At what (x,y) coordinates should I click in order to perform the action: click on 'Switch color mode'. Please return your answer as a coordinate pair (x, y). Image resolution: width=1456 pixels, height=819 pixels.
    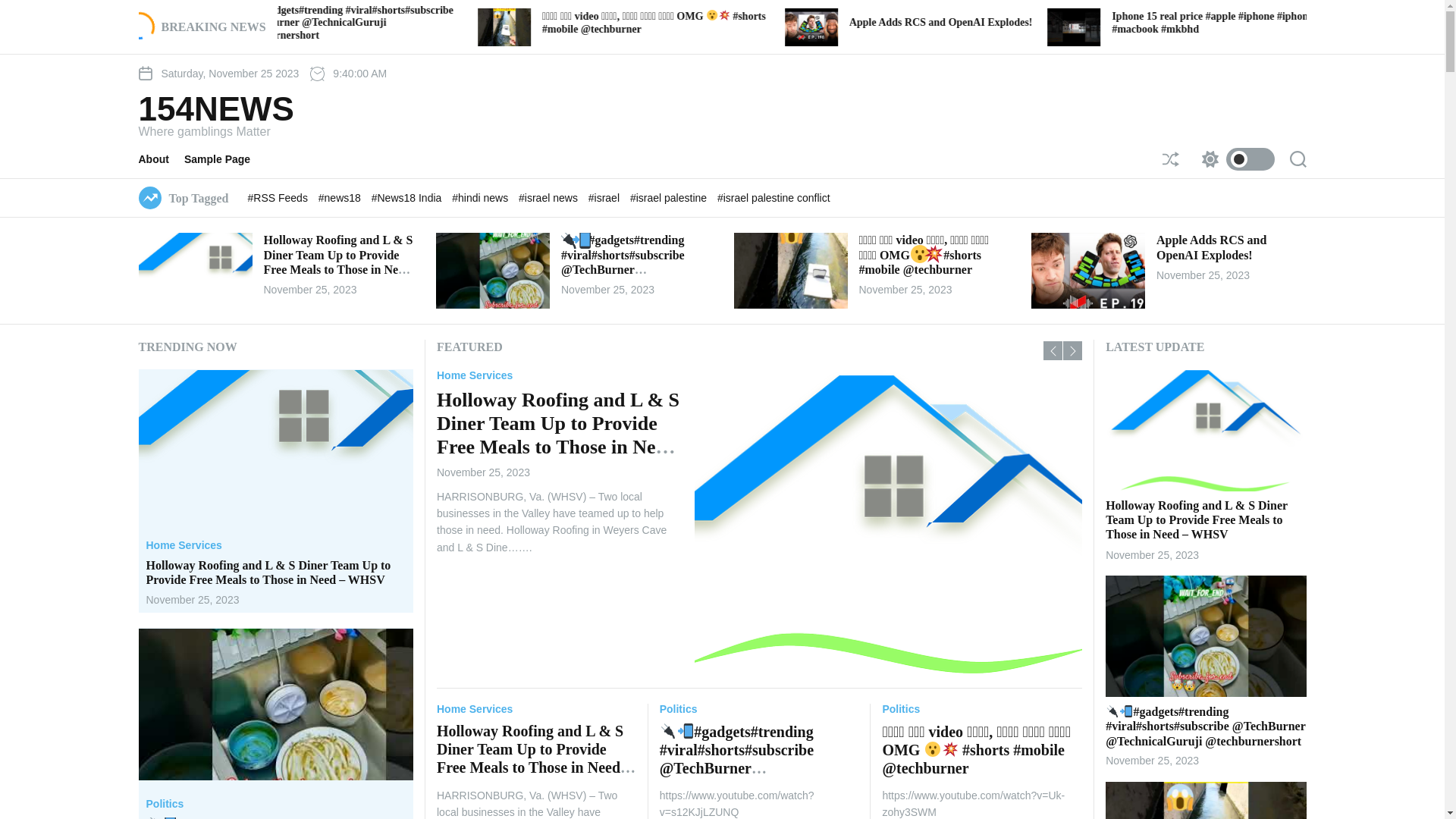
    Looking at the image, I should click on (1234, 158).